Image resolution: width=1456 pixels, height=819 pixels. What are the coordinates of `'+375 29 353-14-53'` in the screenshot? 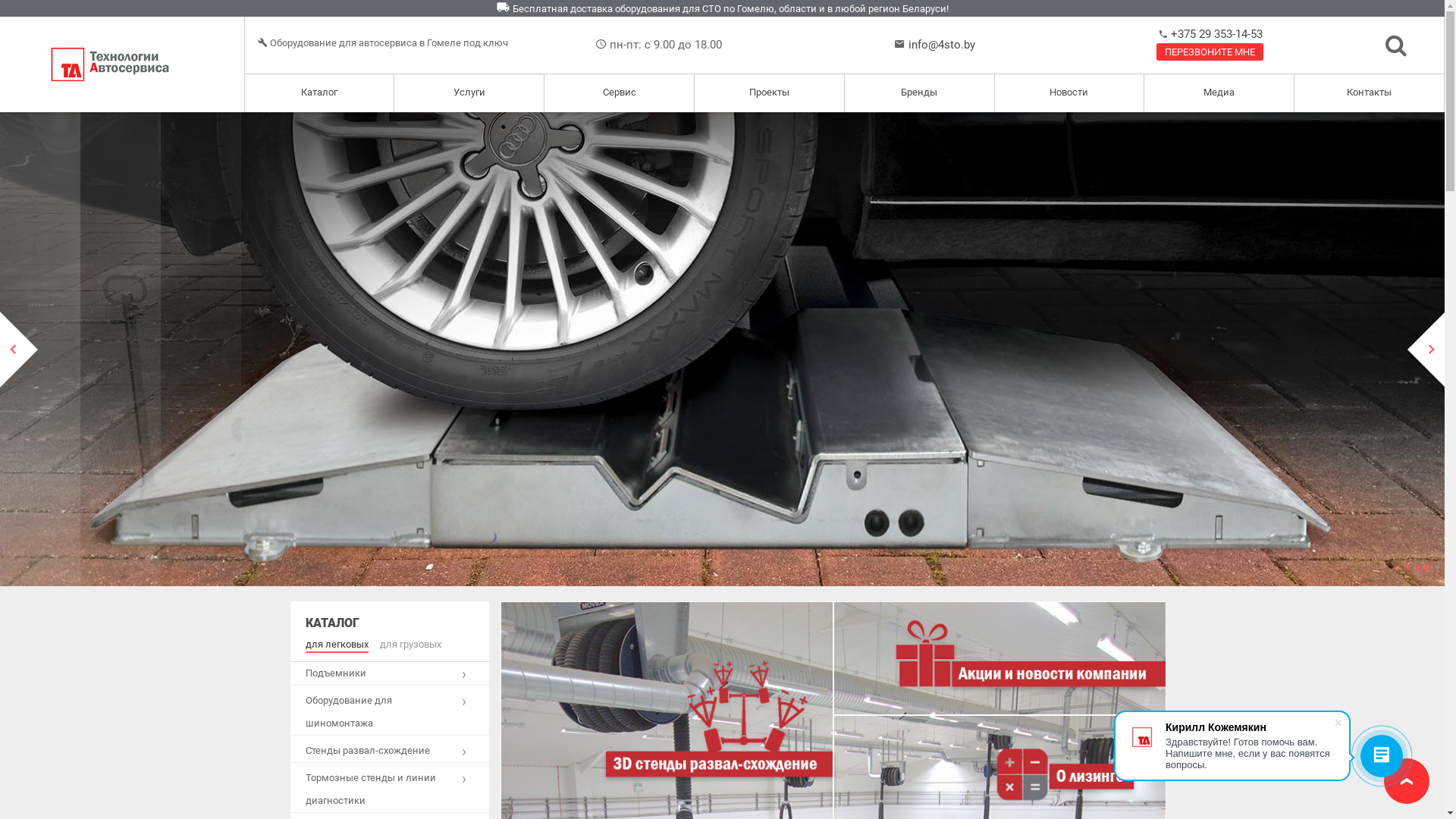 It's located at (1167, 34).